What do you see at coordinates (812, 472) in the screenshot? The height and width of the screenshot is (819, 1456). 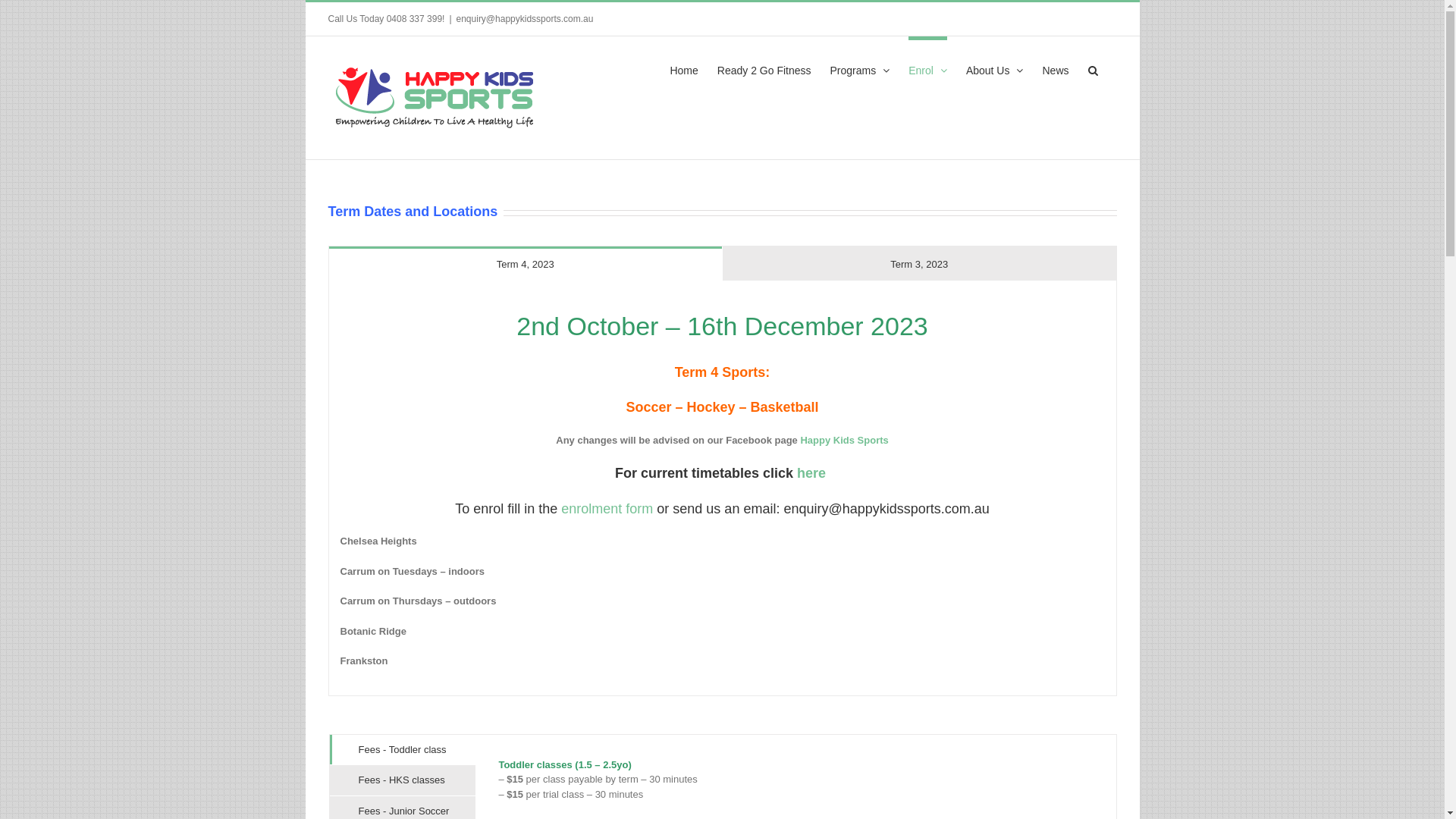 I see `'here '` at bounding box center [812, 472].